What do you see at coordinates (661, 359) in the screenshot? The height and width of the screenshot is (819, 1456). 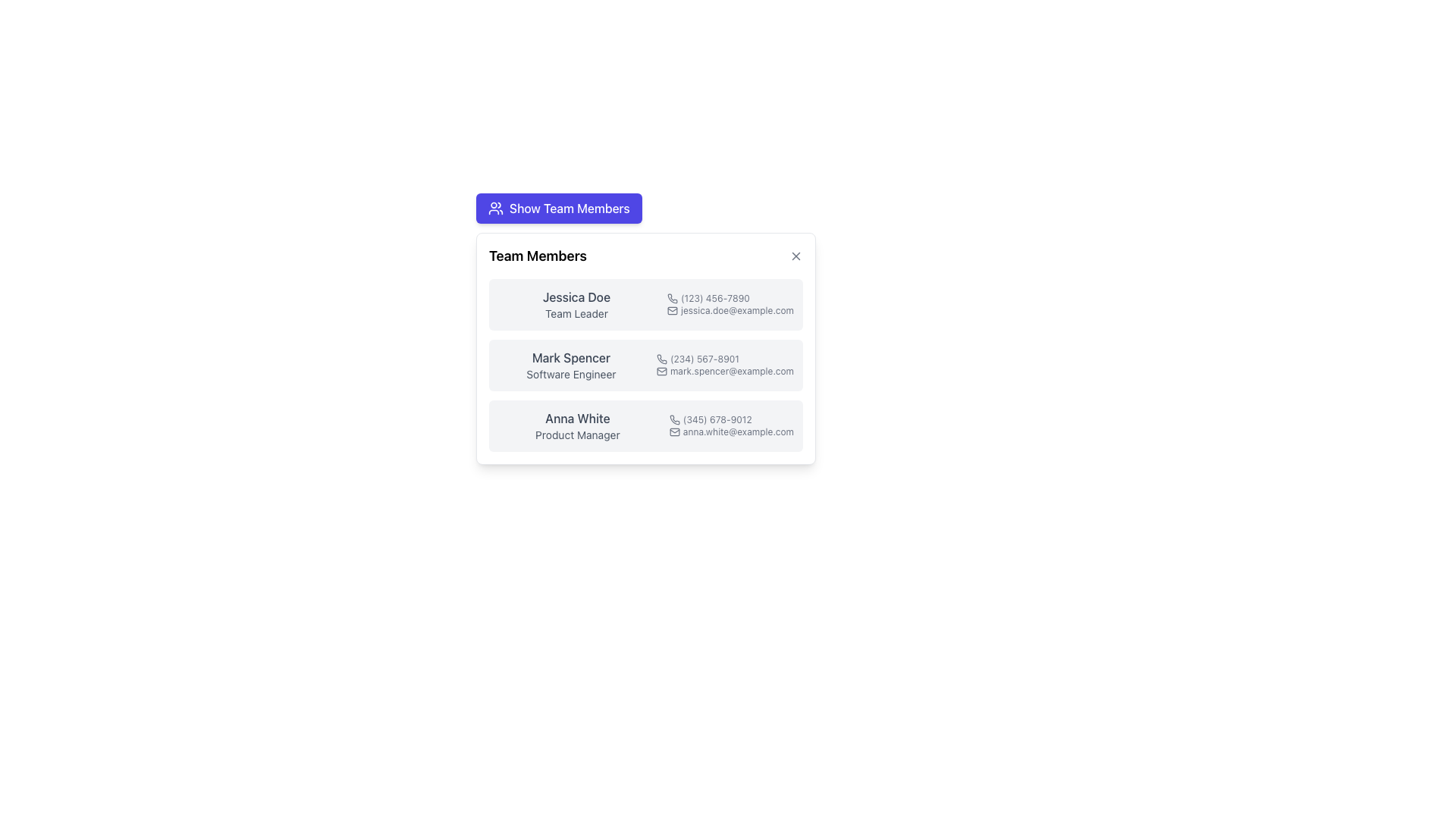 I see `the phone icon located to the left of the phone number '(234) 567-8901' in the second row of the 'Team Members' modal` at bounding box center [661, 359].